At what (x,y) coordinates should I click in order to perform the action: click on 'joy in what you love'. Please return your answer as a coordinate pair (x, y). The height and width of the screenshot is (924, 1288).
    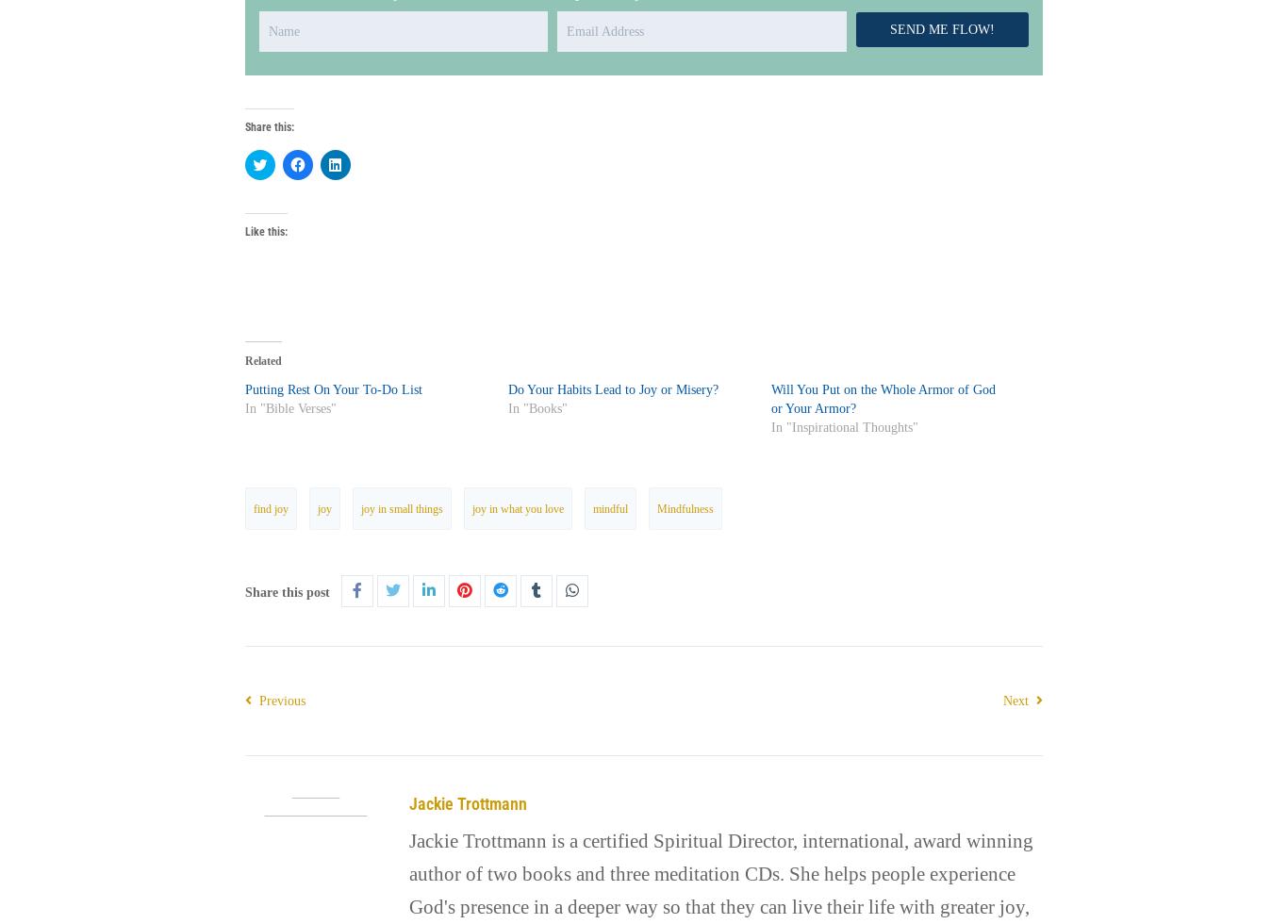
    Looking at the image, I should click on (517, 507).